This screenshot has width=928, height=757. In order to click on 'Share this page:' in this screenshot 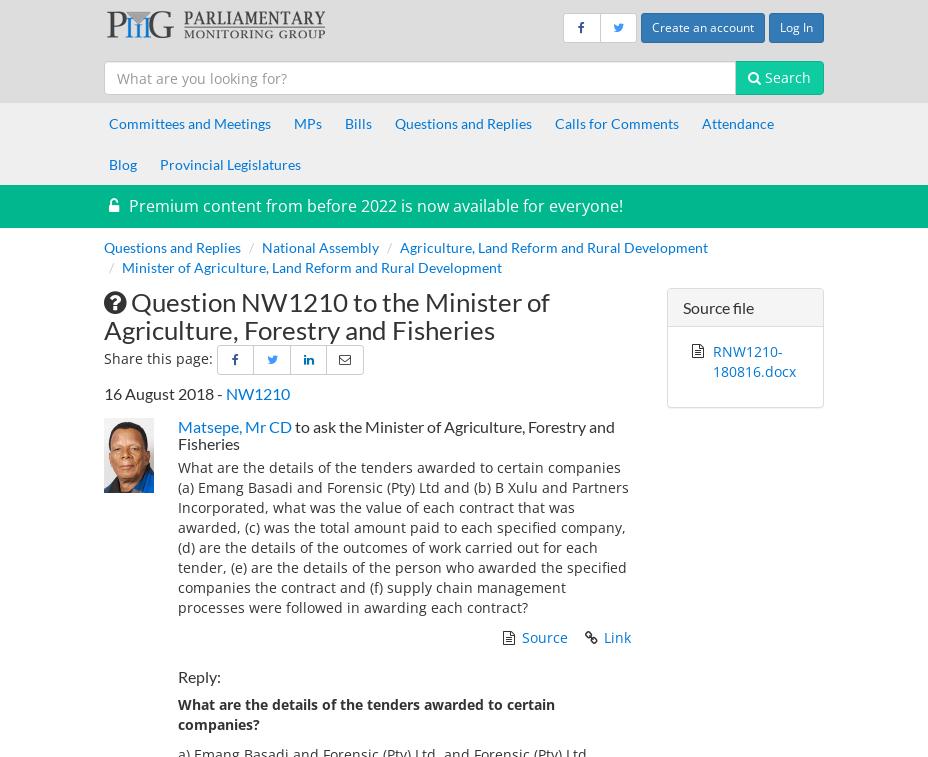, I will do `click(103, 356)`.